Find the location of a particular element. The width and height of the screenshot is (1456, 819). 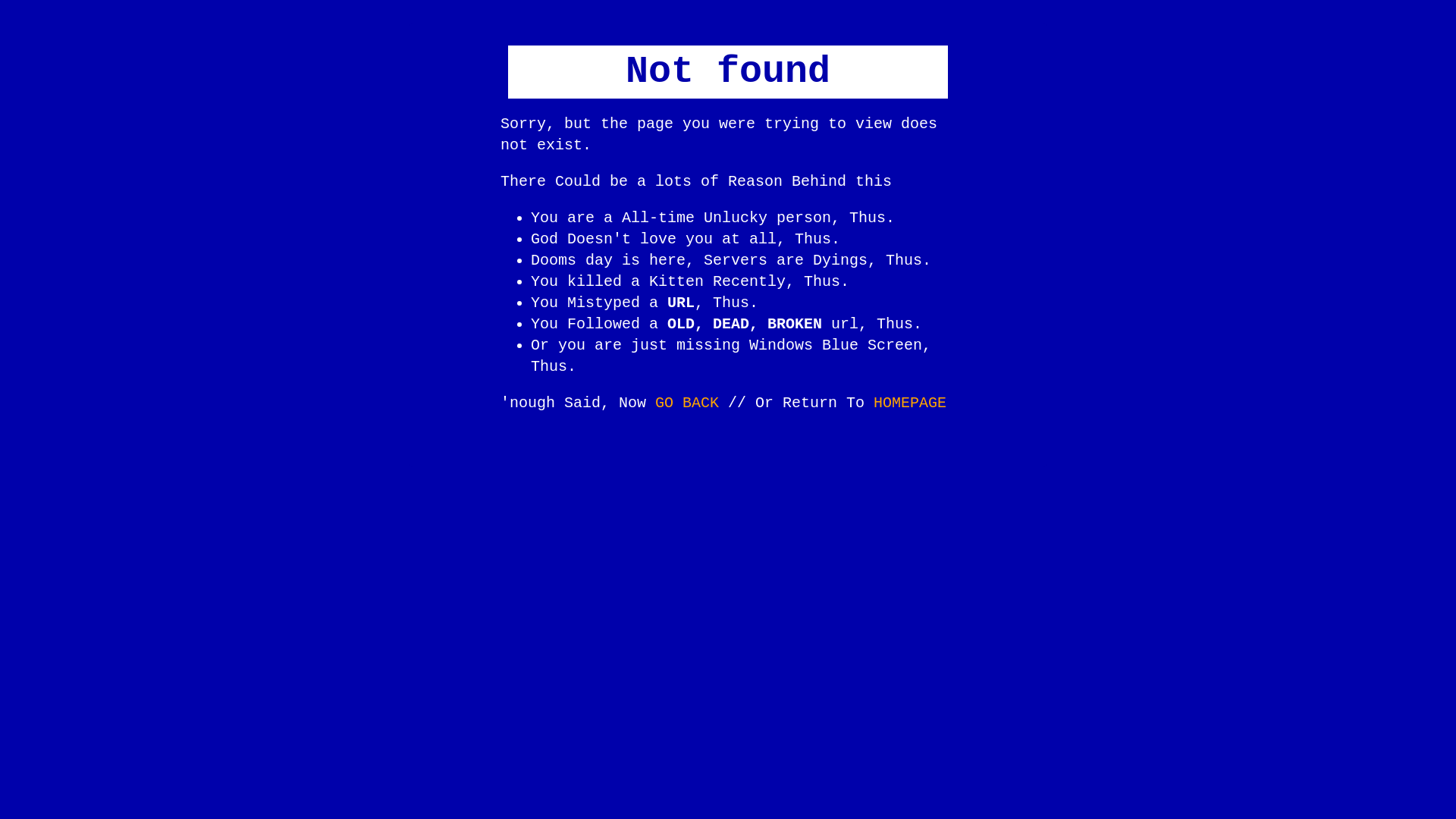

'GO BACK' is located at coordinates (686, 402).